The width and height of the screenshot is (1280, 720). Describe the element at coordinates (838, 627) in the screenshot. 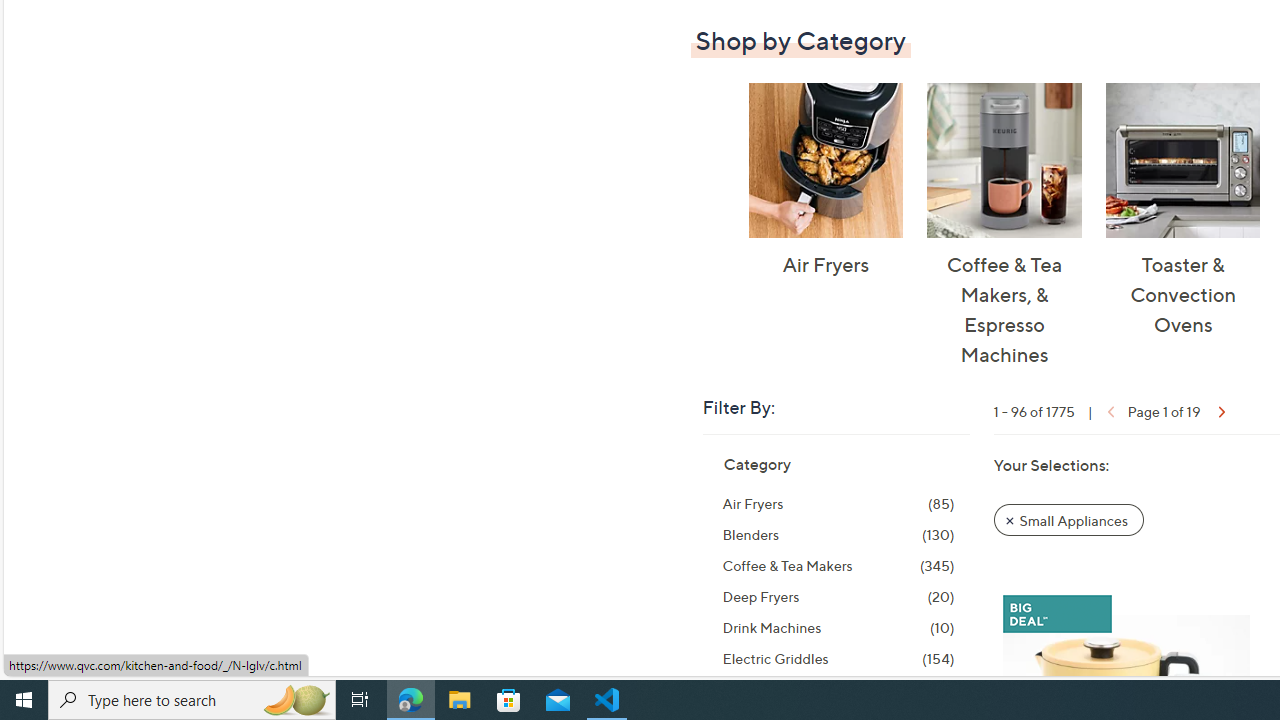

I see `'Drink Machines, 10 items'` at that location.